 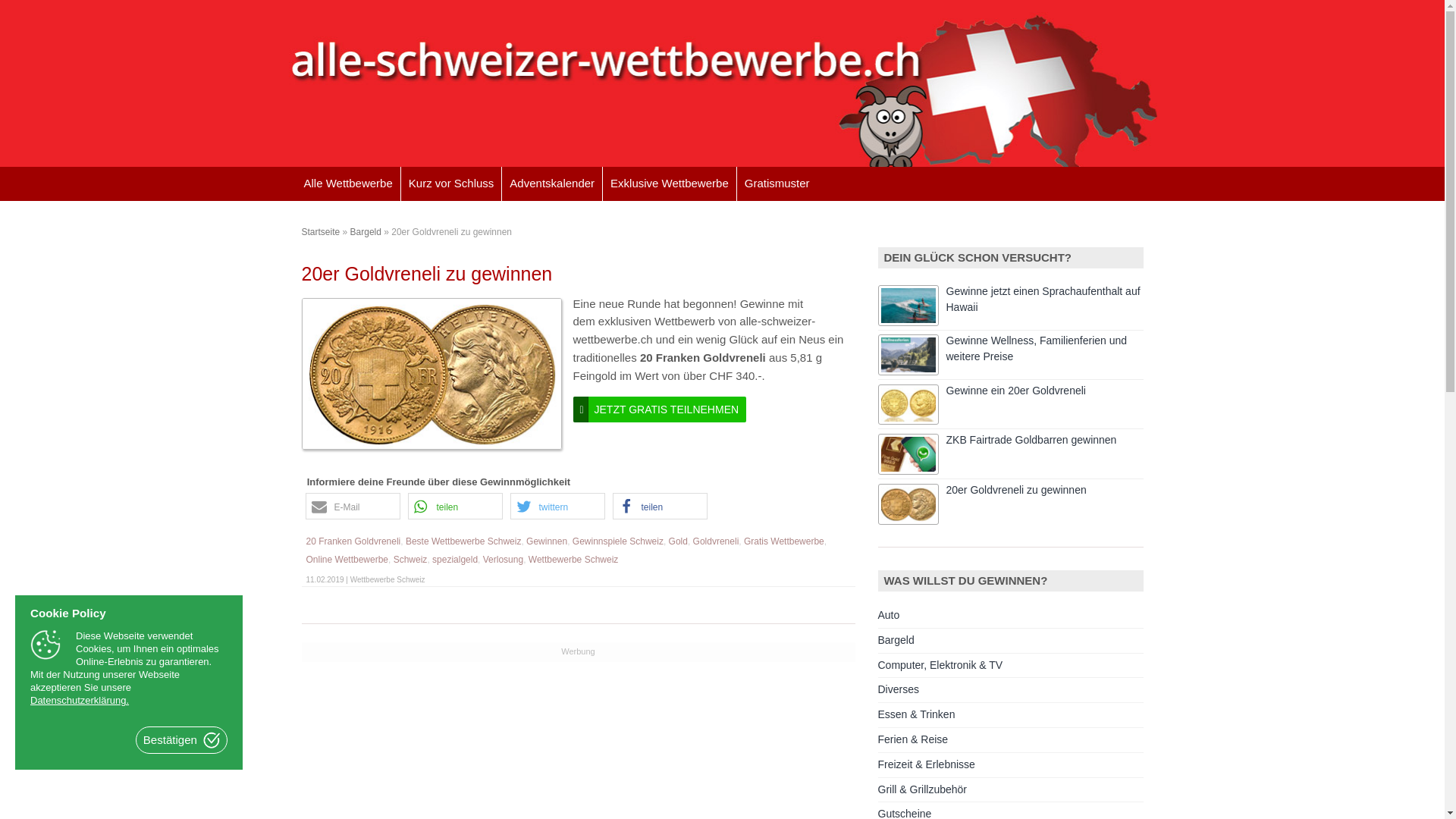 What do you see at coordinates (926, 764) in the screenshot?
I see `'Freizeit & Erlebnisse'` at bounding box center [926, 764].